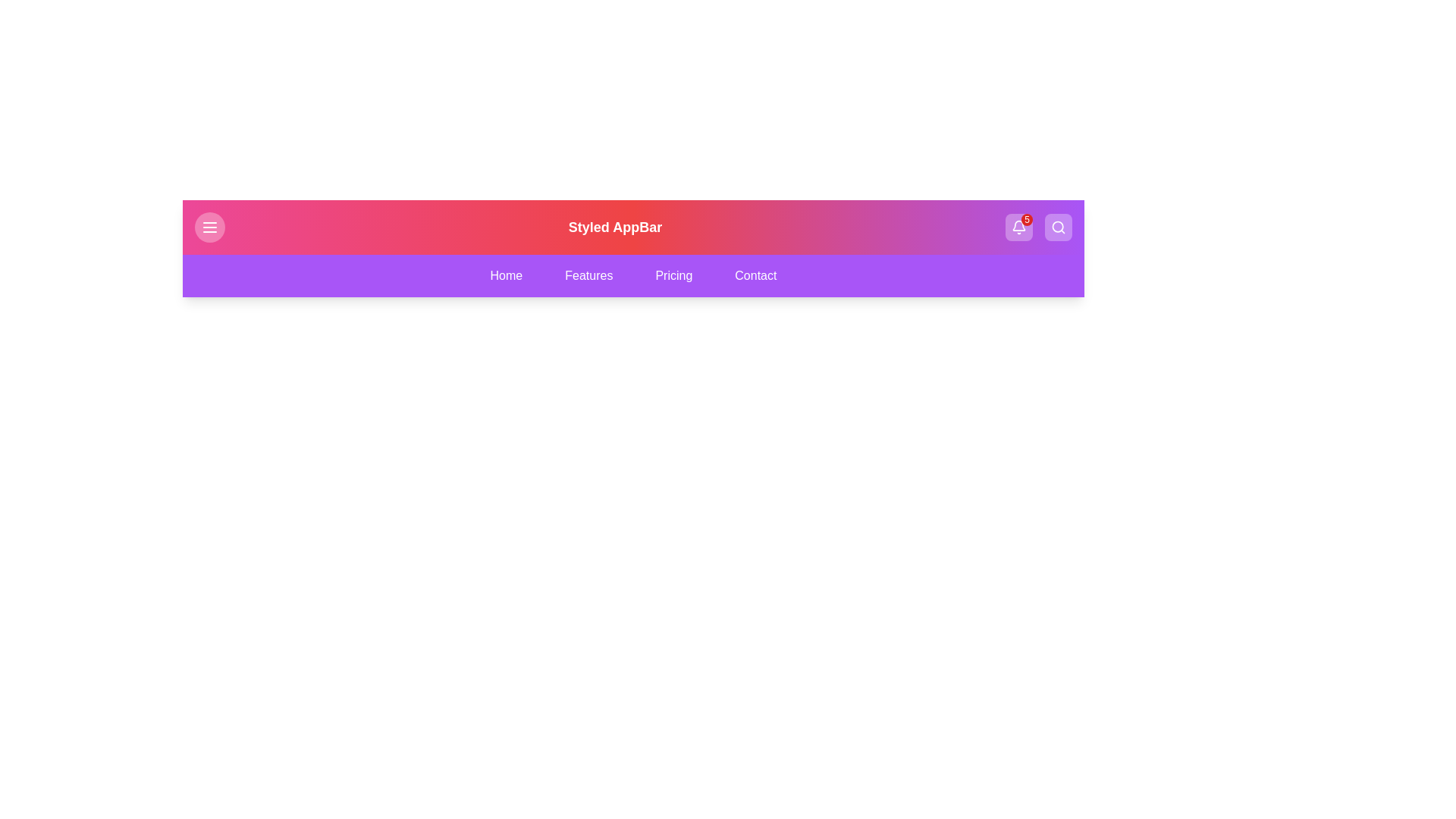 The width and height of the screenshot is (1456, 819). What do you see at coordinates (506, 275) in the screenshot?
I see `the navigation tab labeled Home` at bounding box center [506, 275].